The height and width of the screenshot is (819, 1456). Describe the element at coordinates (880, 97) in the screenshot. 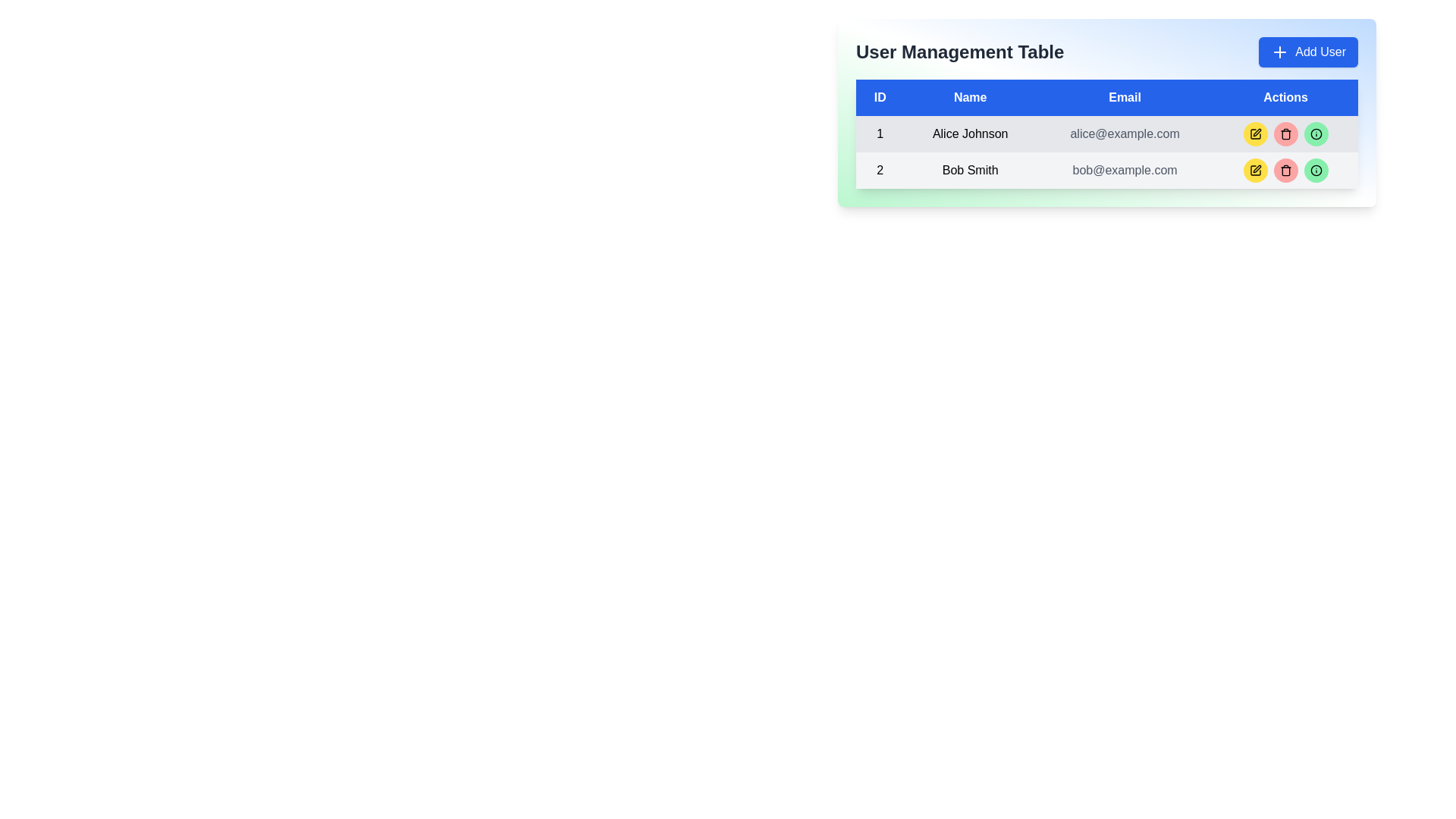

I see `the 'ID' header label in the table structure, which is the leftmost item in the header row with a blue background and white text` at that location.